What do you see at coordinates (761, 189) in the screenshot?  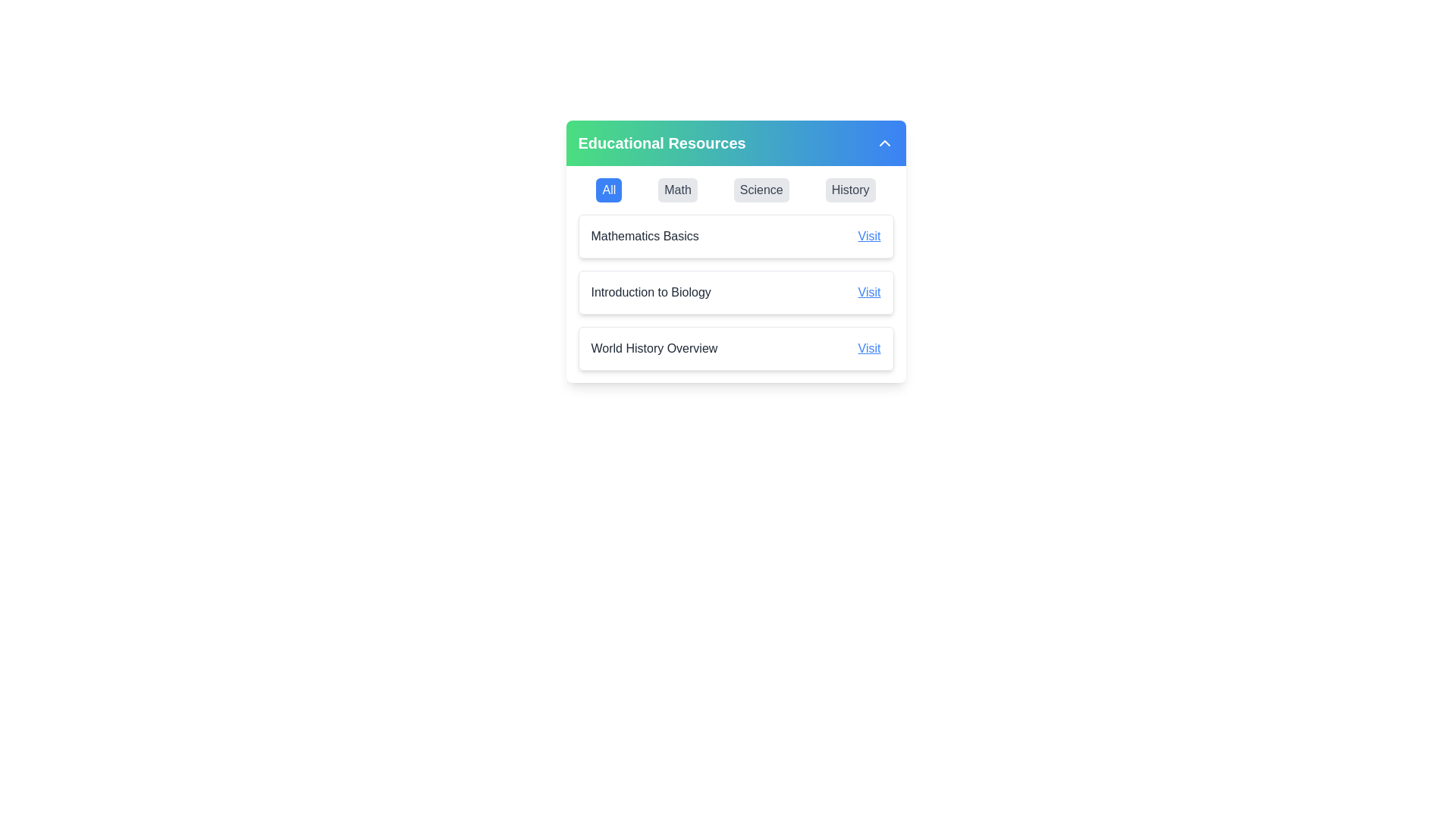 I see `the 'Science' category selector button located beneath the 'Educational Resources' title` at bounding box center [761, 189].